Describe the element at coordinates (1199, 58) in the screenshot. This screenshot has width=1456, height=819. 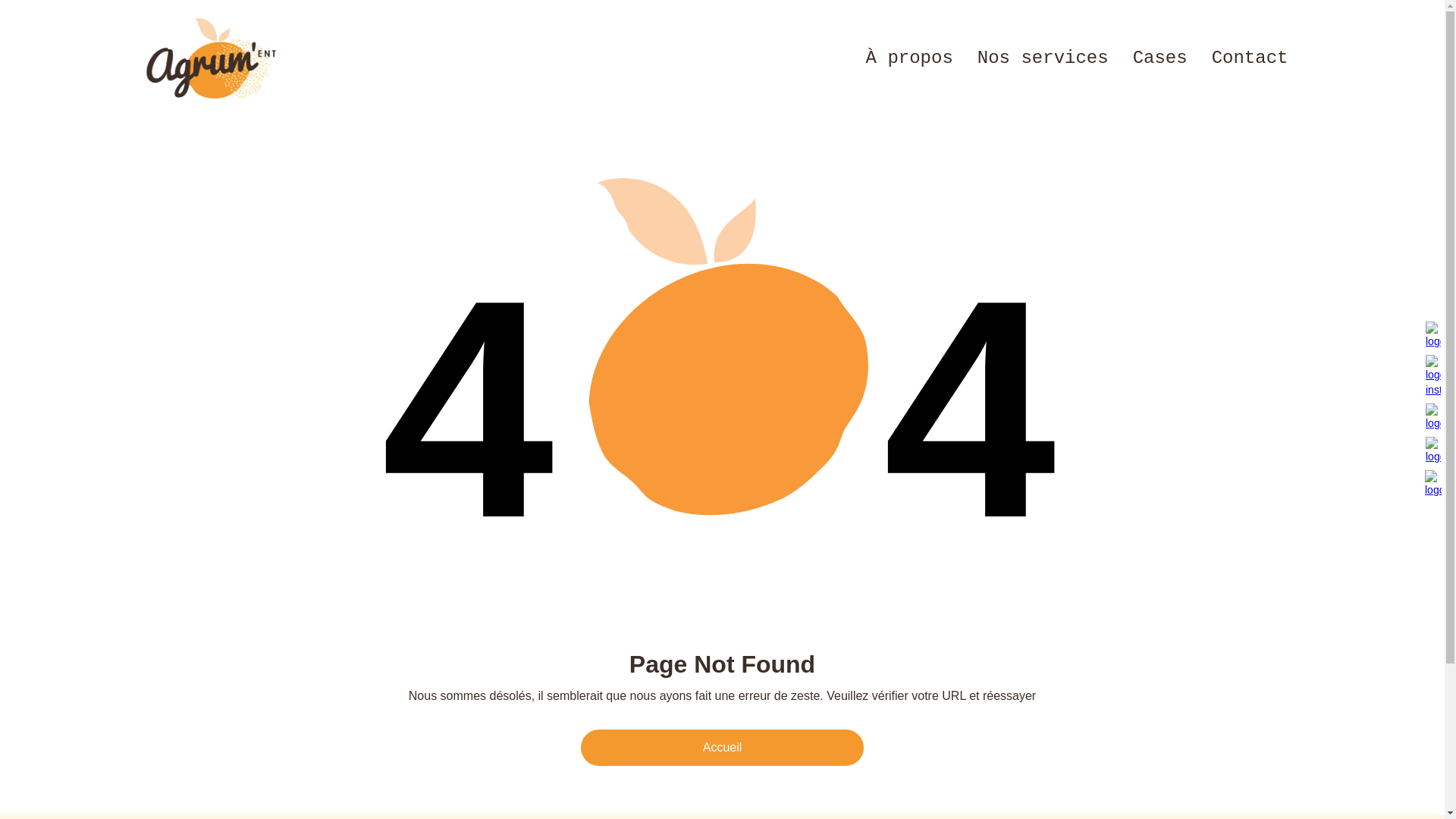
I see `'Contact'` at that location.